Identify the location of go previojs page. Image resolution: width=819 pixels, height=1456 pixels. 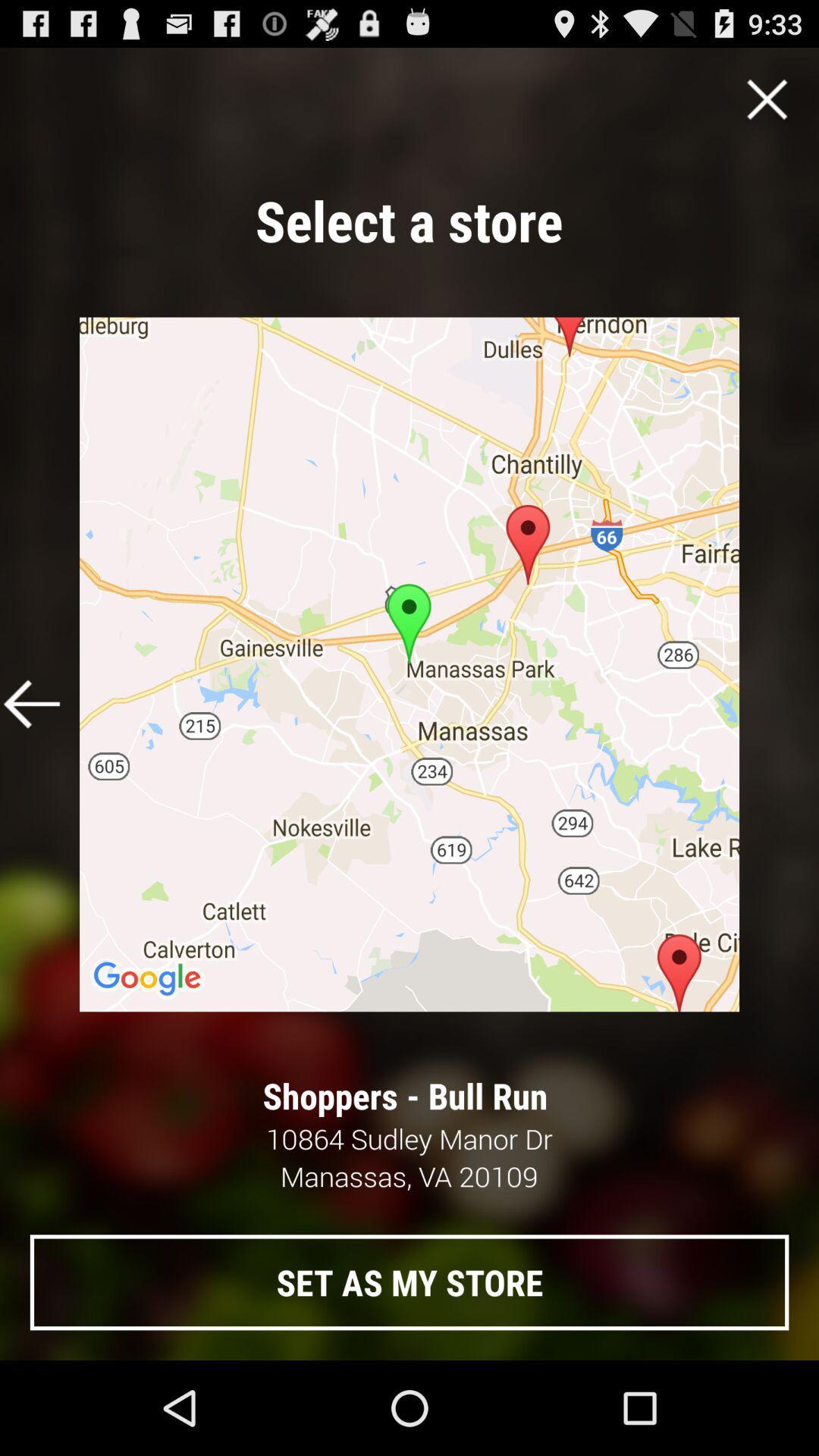
(32, 703).